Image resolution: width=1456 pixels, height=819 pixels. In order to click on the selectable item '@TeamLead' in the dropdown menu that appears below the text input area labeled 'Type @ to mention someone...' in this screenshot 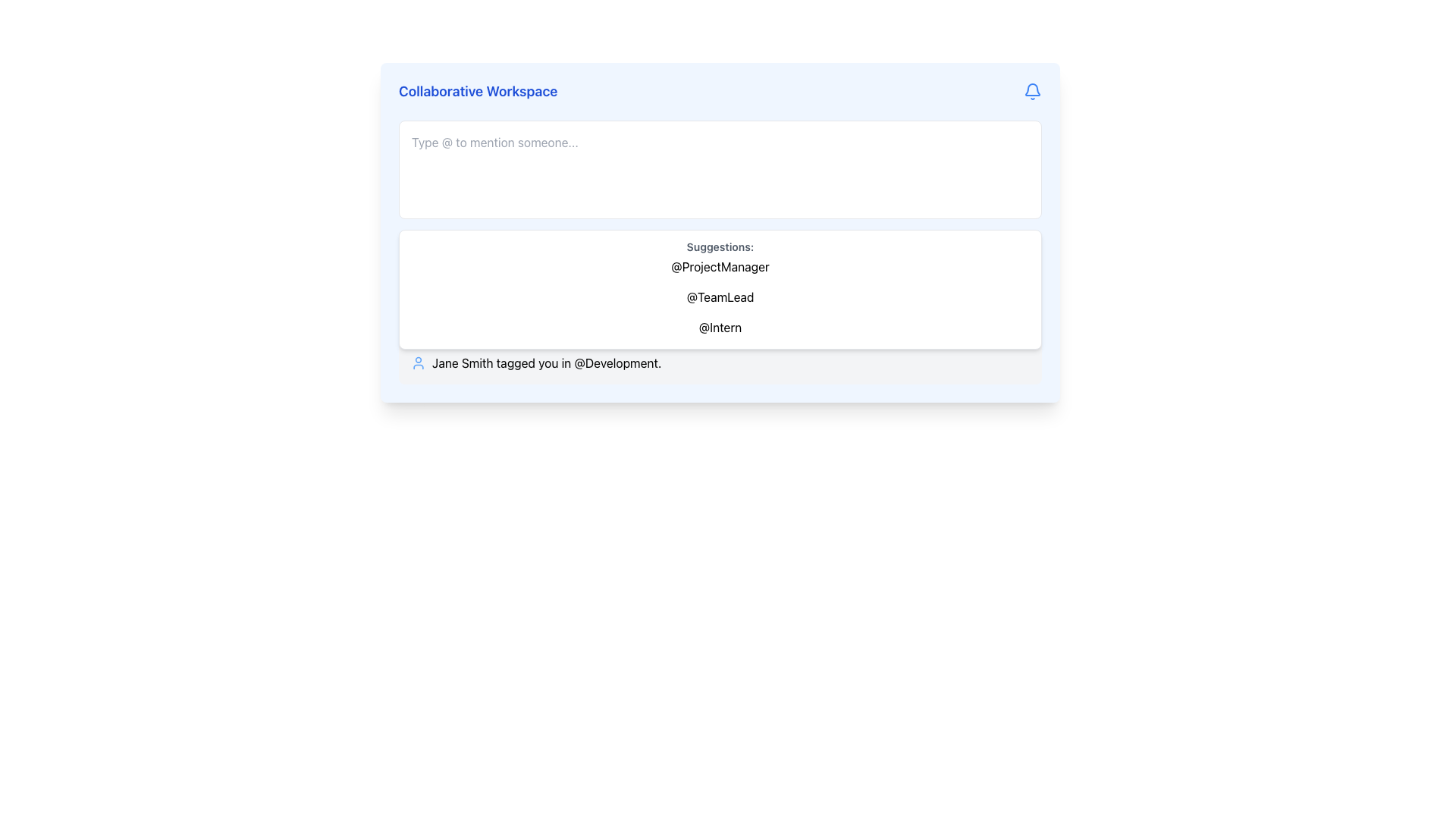, I will do `click(720, 289)`.